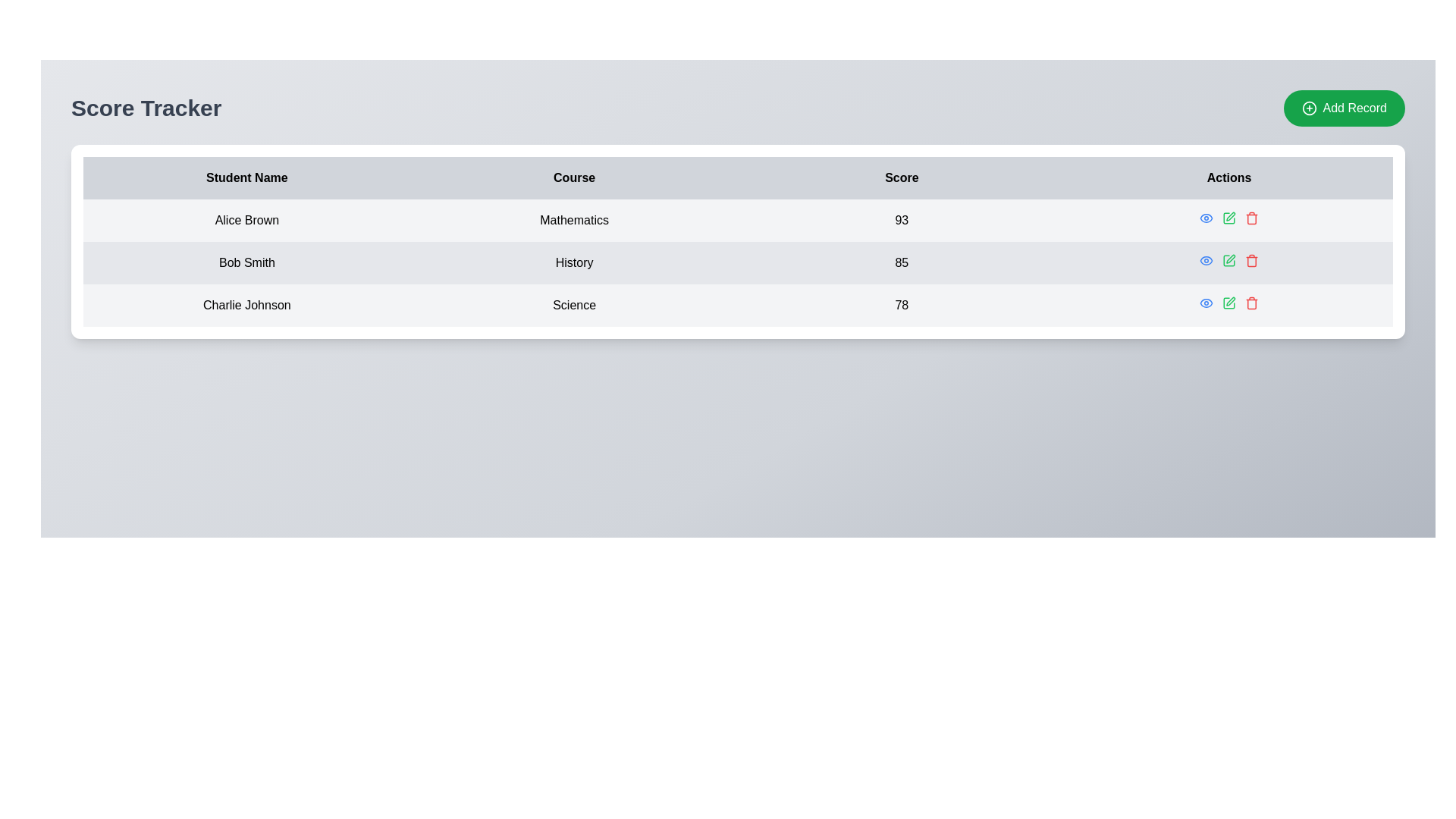 This screenshot has height=819, width=1456. Describe the element at coordinates (1252, 219) in the screenshot. I see `the red trash can icon in the 'Actions' column of the third row` at that location.